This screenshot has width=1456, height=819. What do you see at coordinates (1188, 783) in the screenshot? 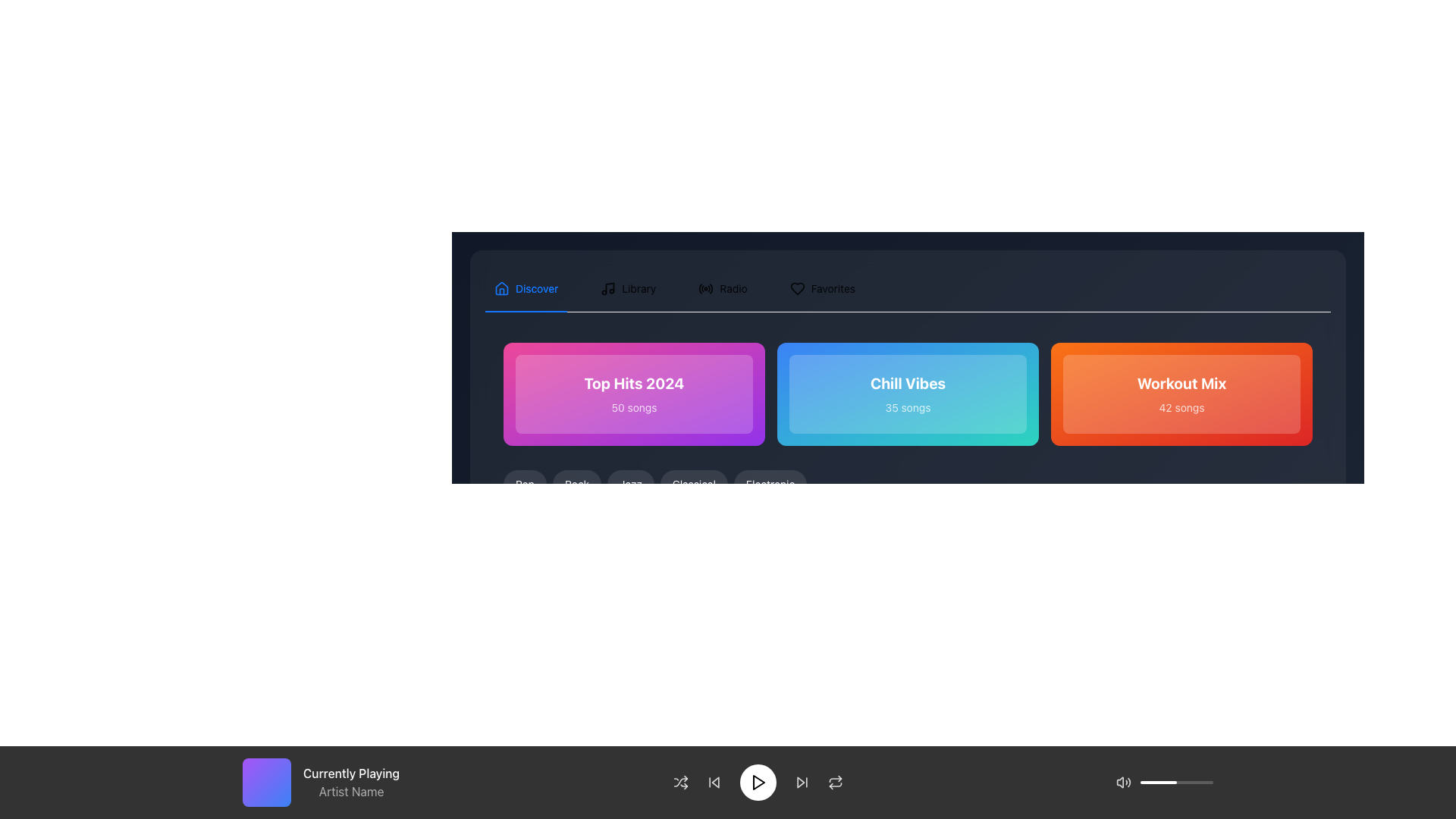
I see `the slider position` at bounding box center [1188, 783].